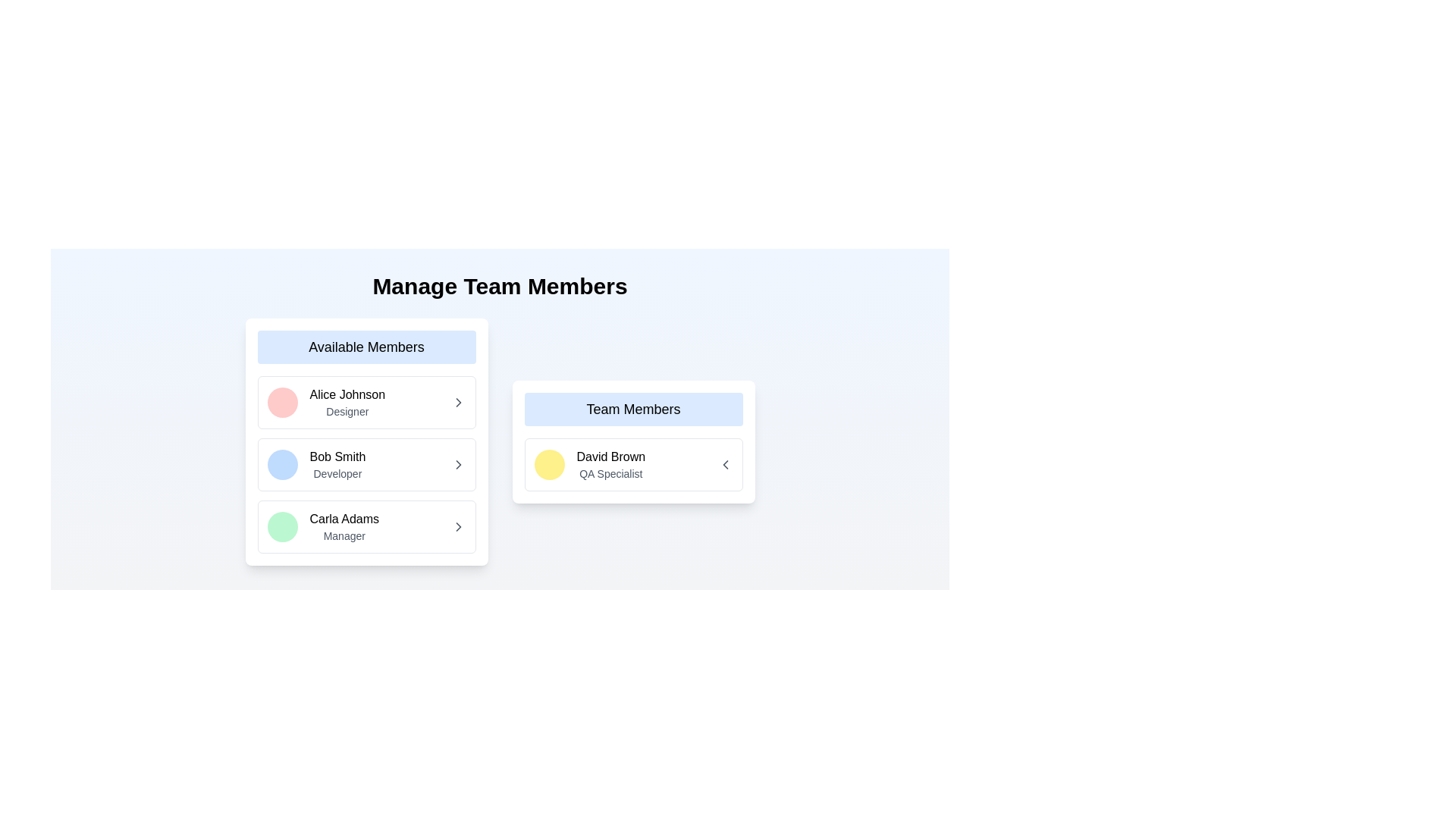 This screenshot has height=819, width=1456. Describe the element at coordinates (724, 464) in the screenshot. I see `the small left-pointing arrow icon, which is styled with thin and smooth strokes and is located near the middle-right side of the interface` at that location.